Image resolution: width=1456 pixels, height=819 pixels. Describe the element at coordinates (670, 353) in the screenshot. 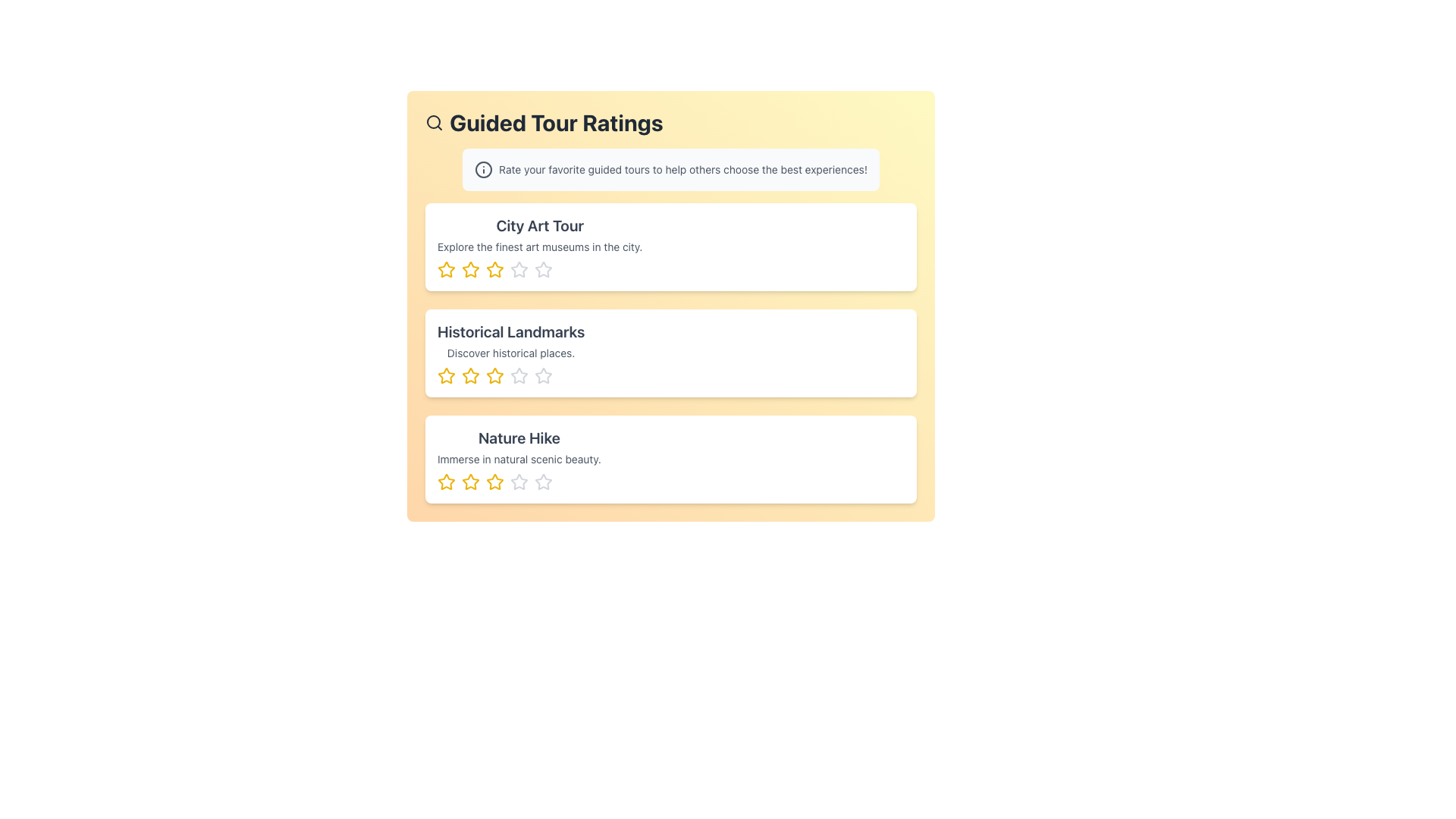

I see `the Informational module titled 'Historical Landmarks', which features a white background, a bold title, a description, and star rating functionality` at that location.